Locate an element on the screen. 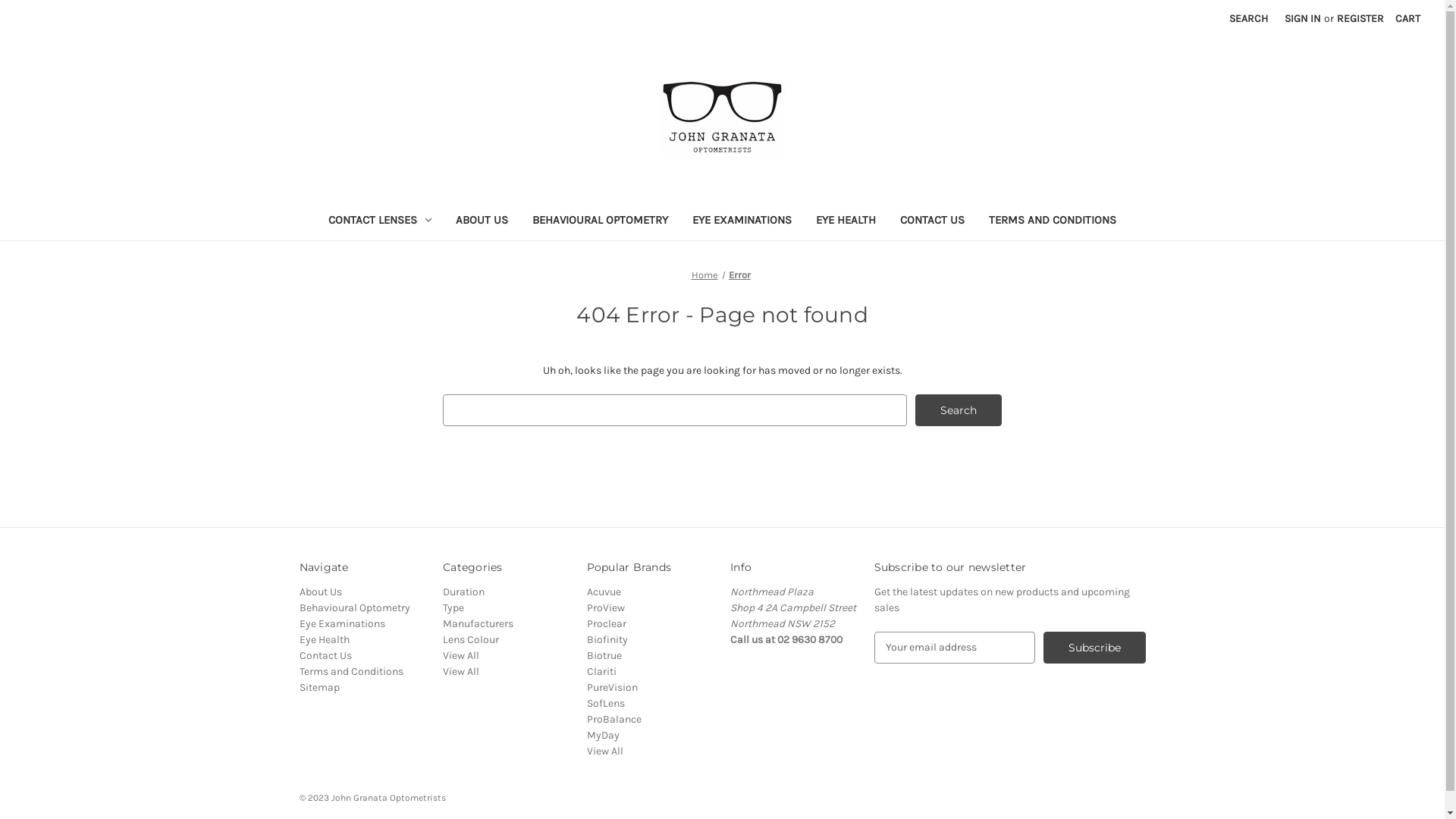 This screenshot has width=1456, height=819. 'PureVision' is located at coordinates (612, 687).